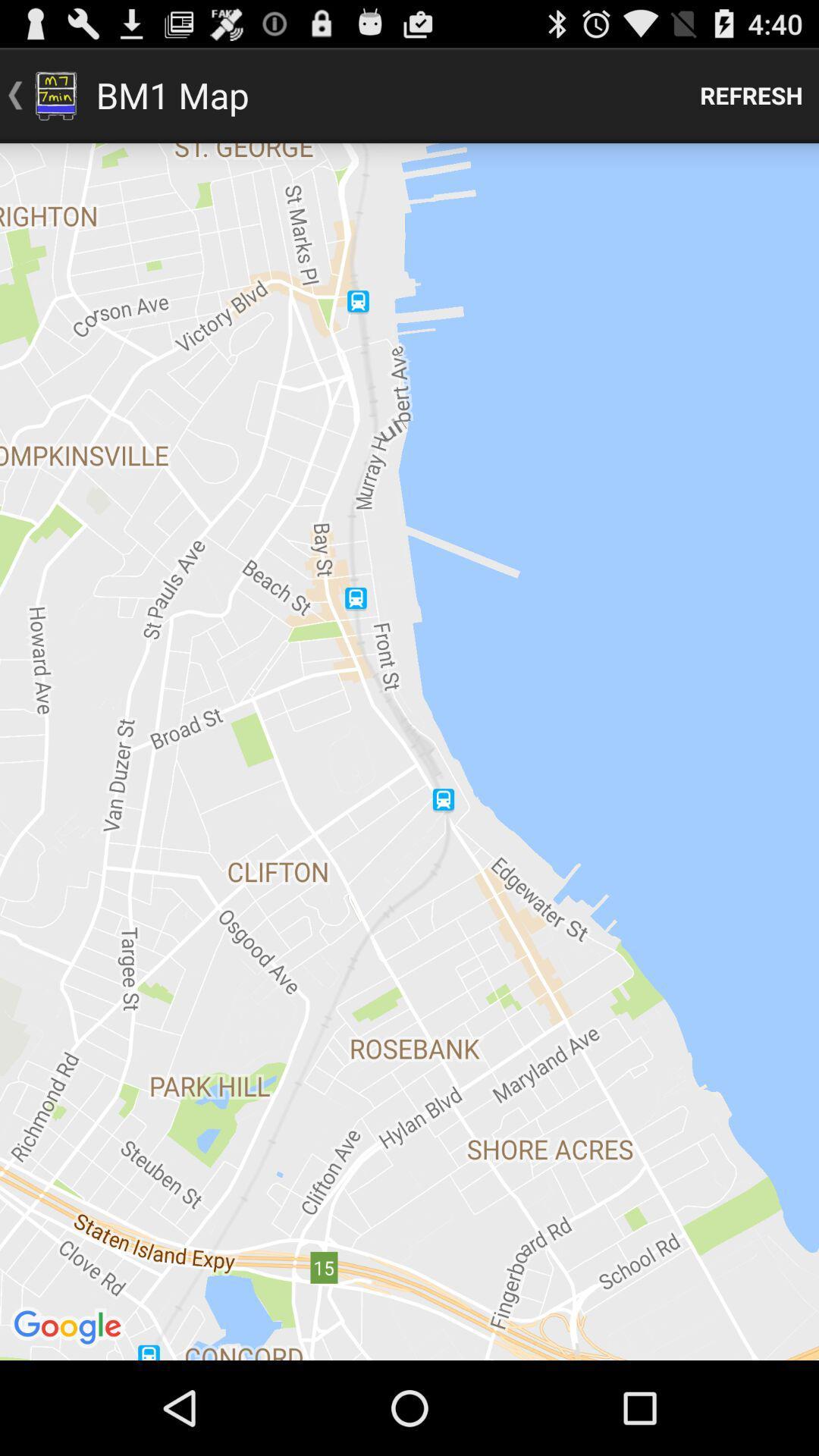  I want to click on refresh item, so click(752, 94).